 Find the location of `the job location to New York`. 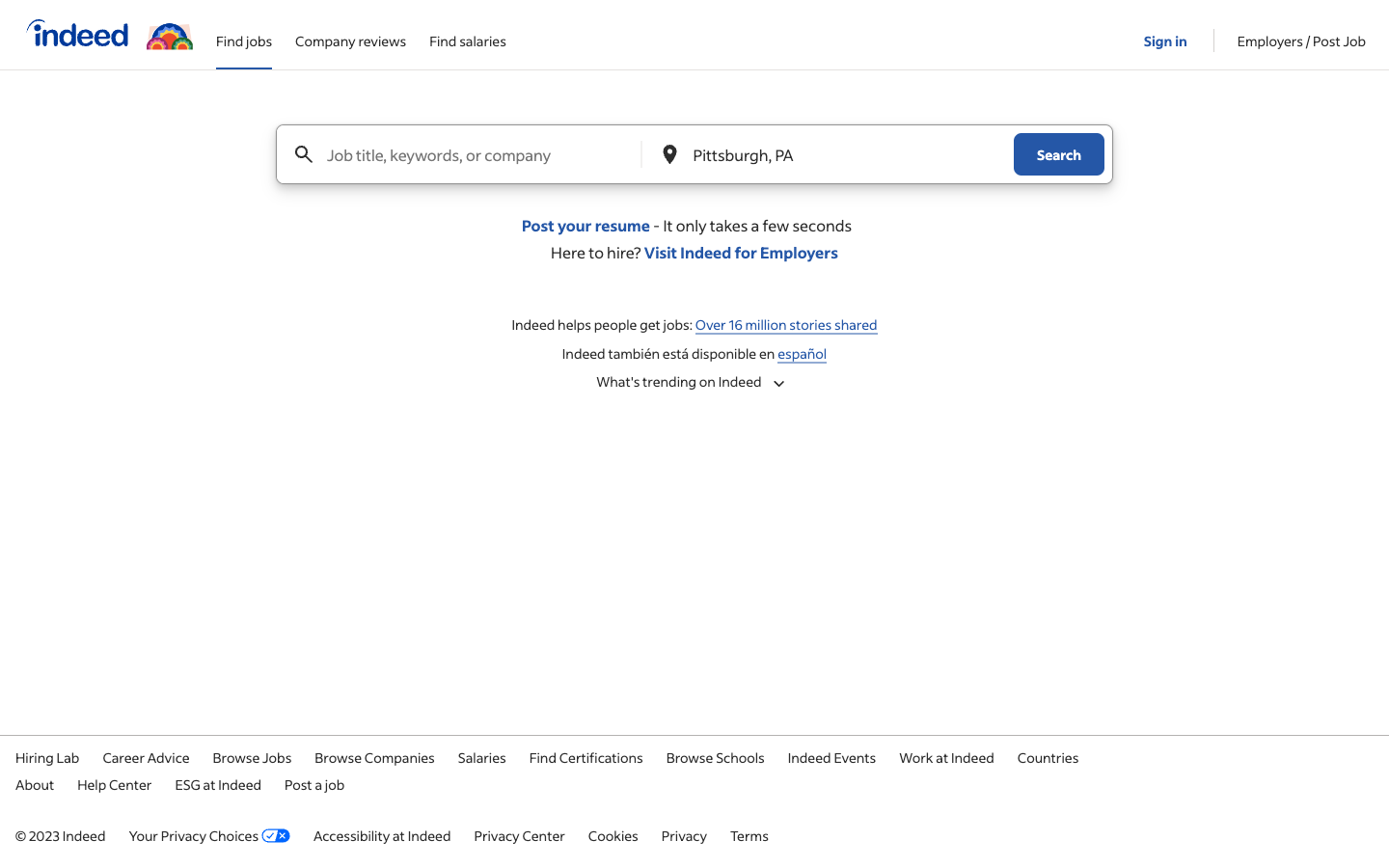

the job location to New York is located at coordinates (831, 154).